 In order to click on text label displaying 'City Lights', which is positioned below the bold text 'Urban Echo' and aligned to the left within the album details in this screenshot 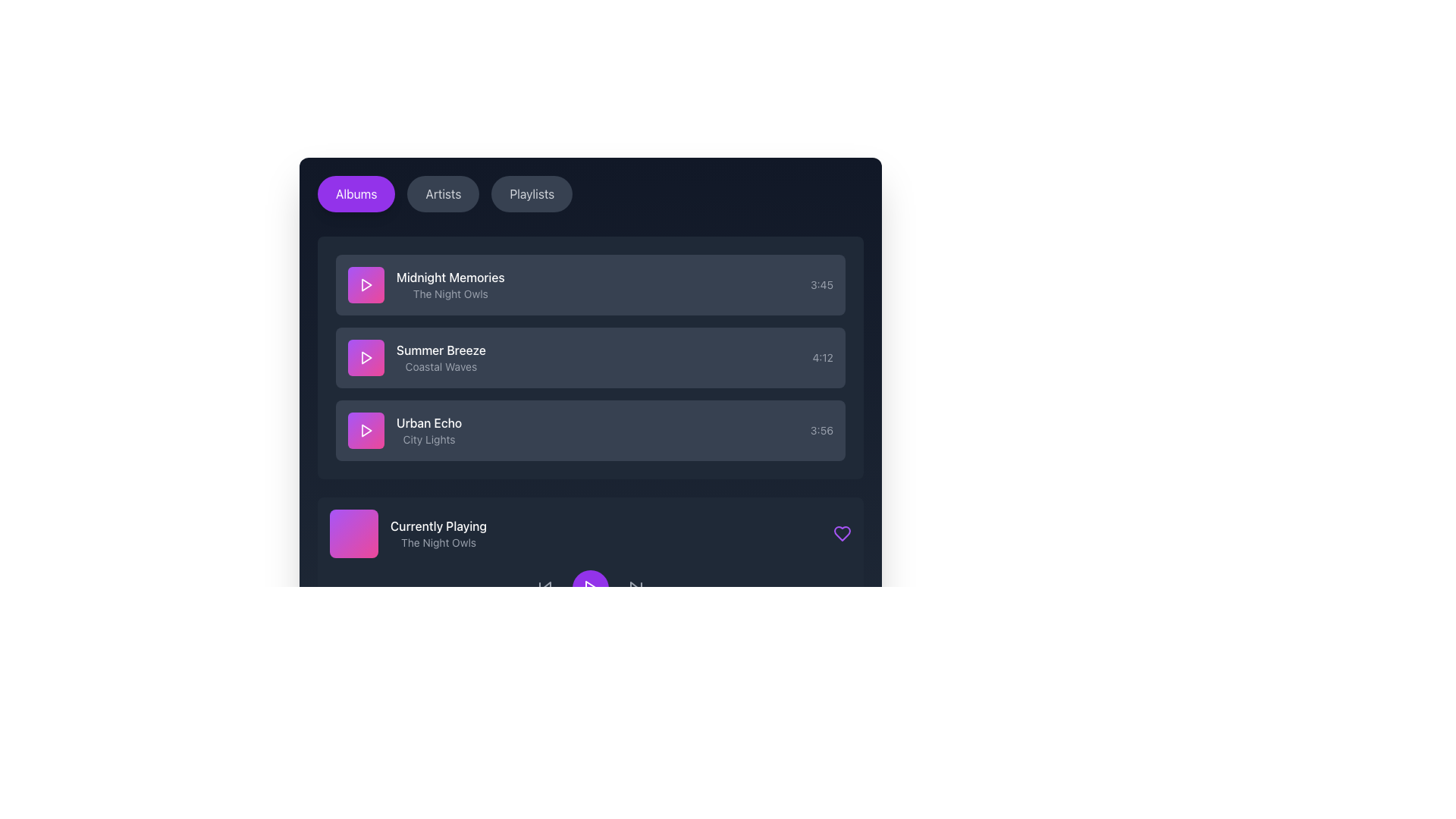, I will do `click(428, 439)`.